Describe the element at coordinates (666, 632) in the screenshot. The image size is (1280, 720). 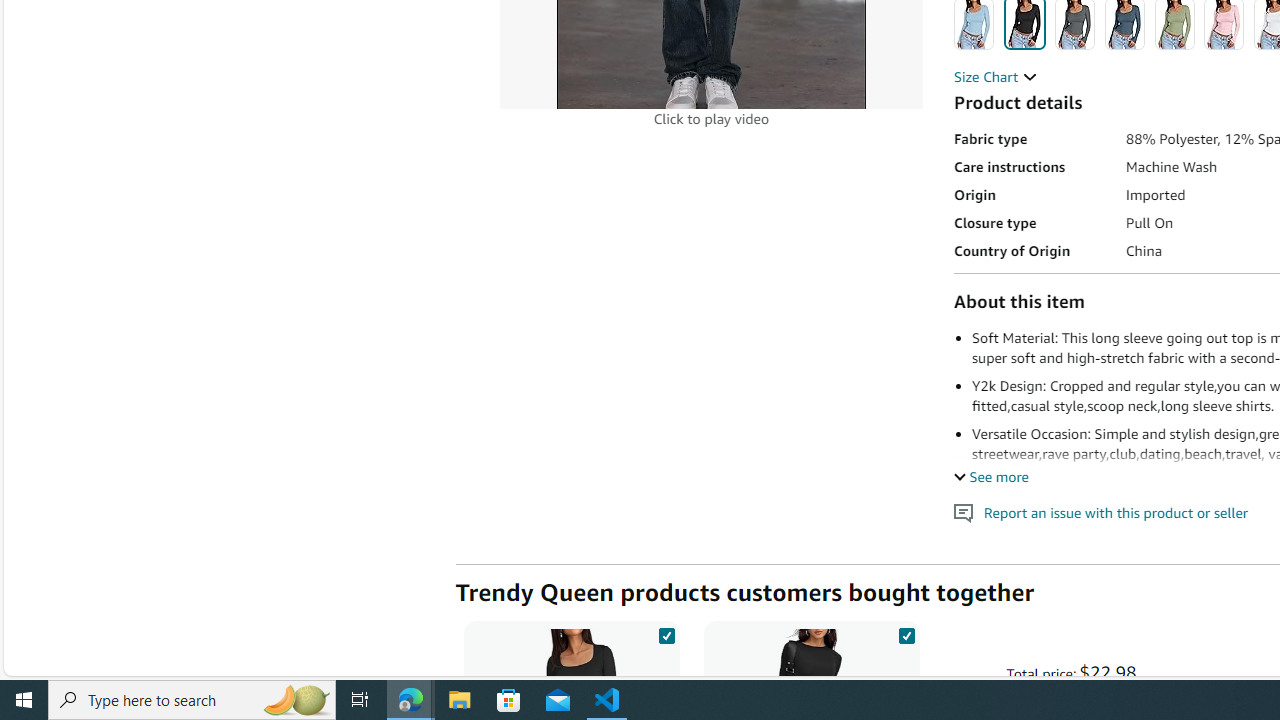
I see `'AutomationID: thematicBundleCheck-1'` at that location.